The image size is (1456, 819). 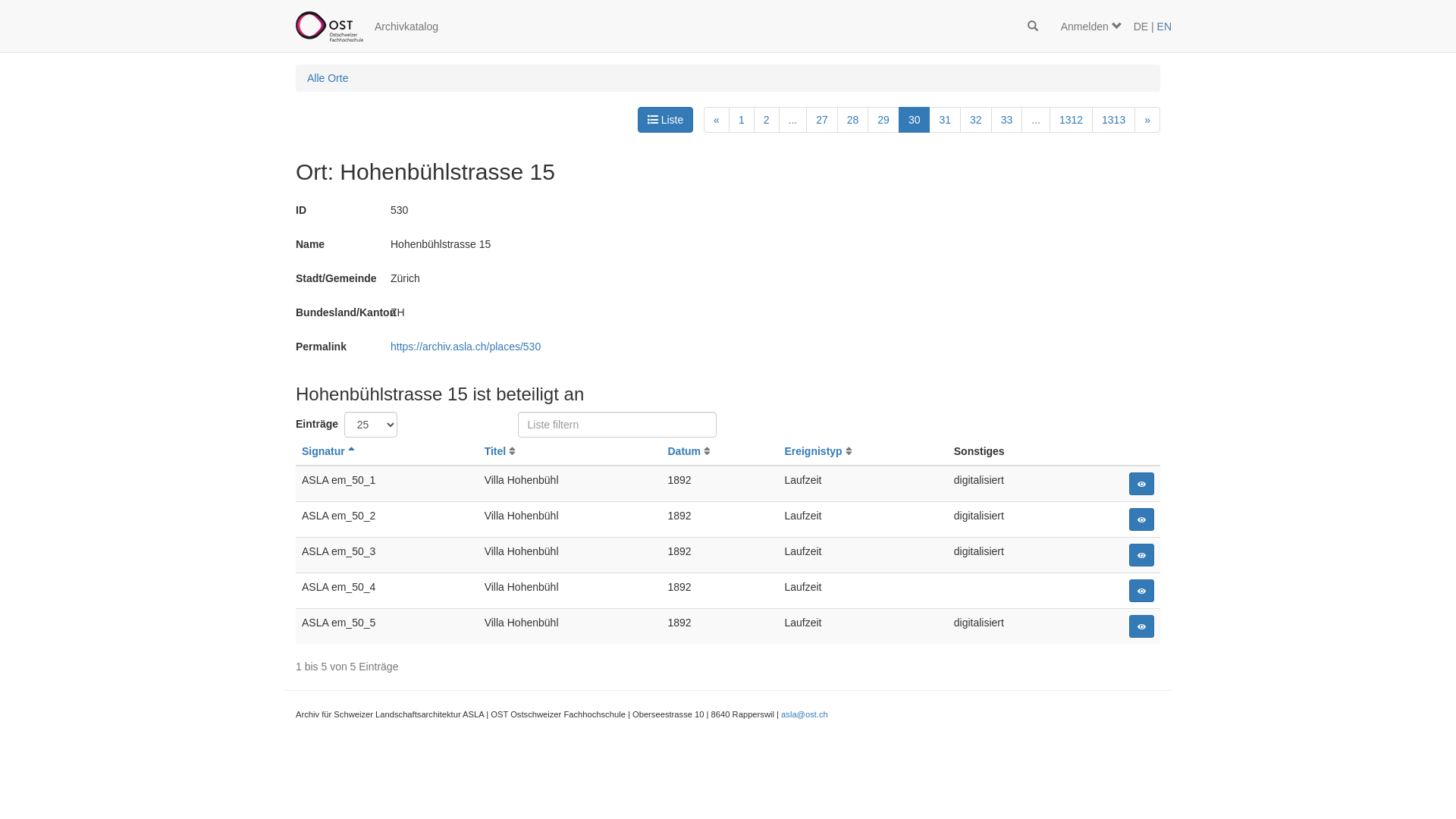 What do you see at coordinates (1141, 519) in the screenshot?
I see `'Detail'` at bounding box center [1141, 519].